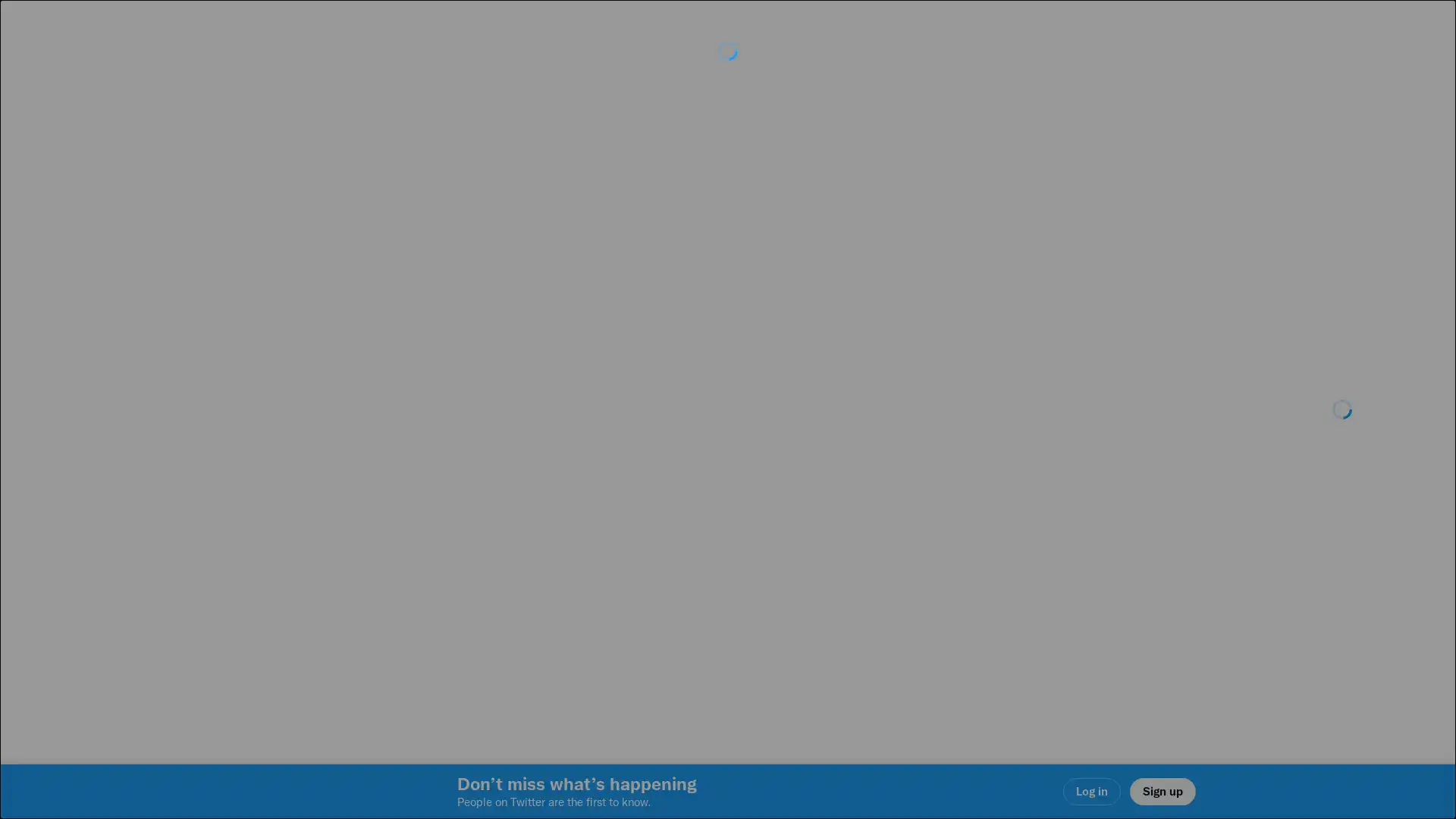  I want to click on Sign up, so click(548, 516).